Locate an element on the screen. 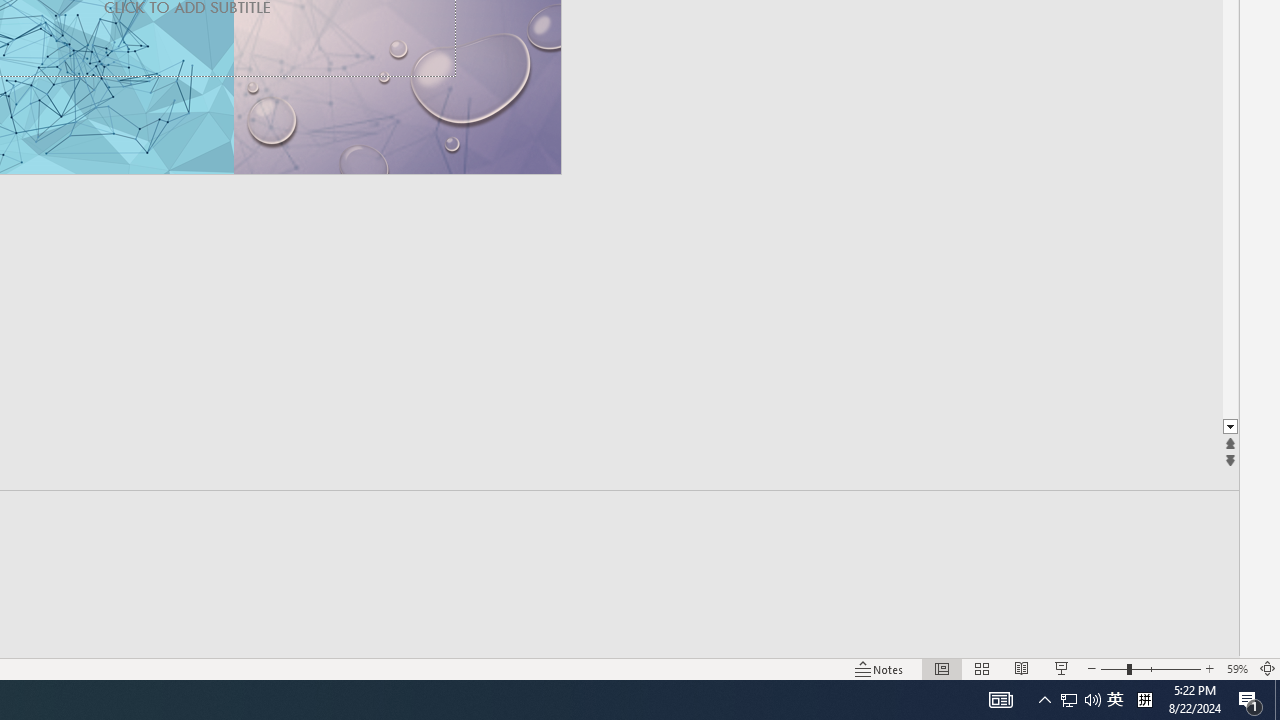 This screenshot has width=1280, height=720. 'Zoom 59%' is located at coordinates (1236, 669).